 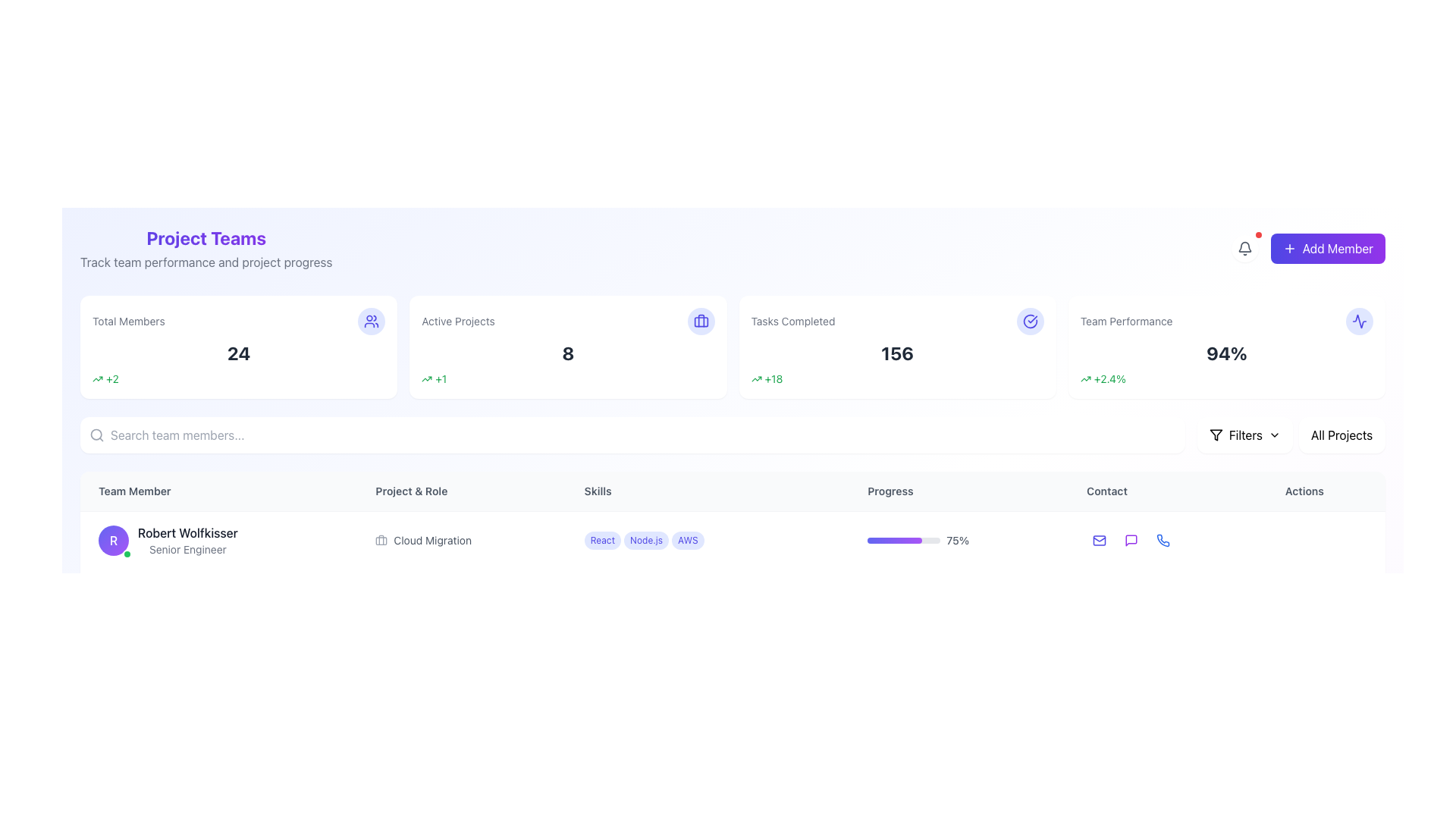 I want to click on the messaging/chat icon button located in the 'Contact' column for team member 'Robert Wolfkisser' to initiate a chat, so click(x=1131, y=540).